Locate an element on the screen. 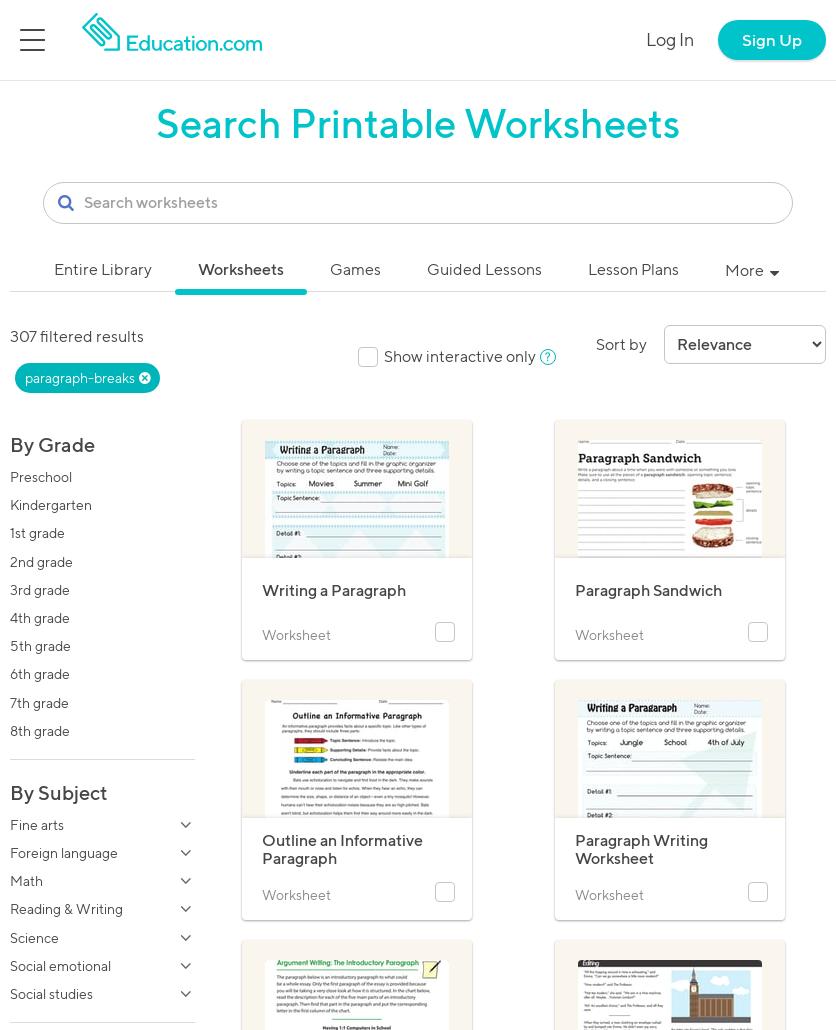  'Show interactive only' is located at coordinates (459, 355).